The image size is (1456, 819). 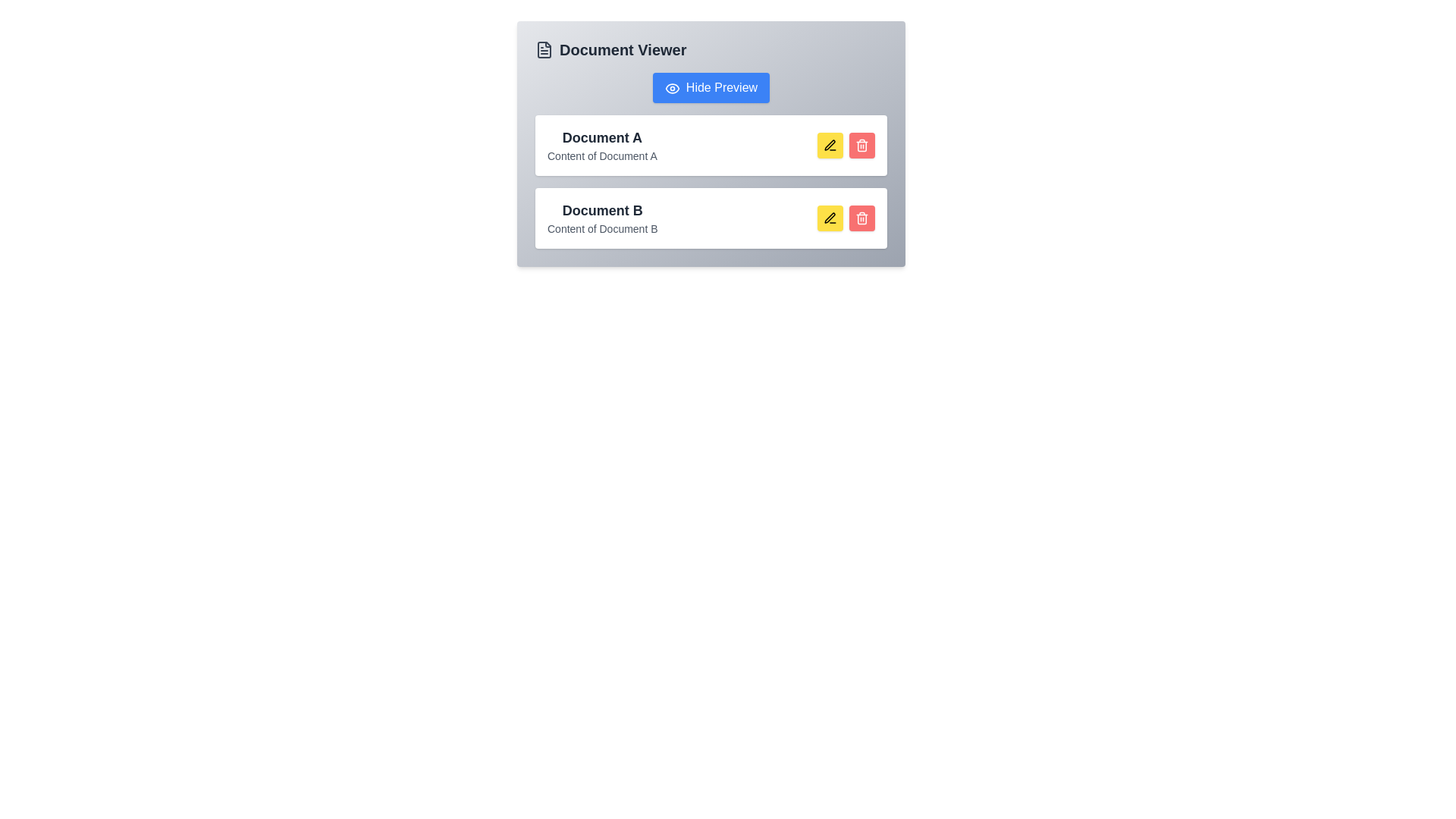 I want to click on the red deletion button with a trash icon, so click(x=862, y=146).